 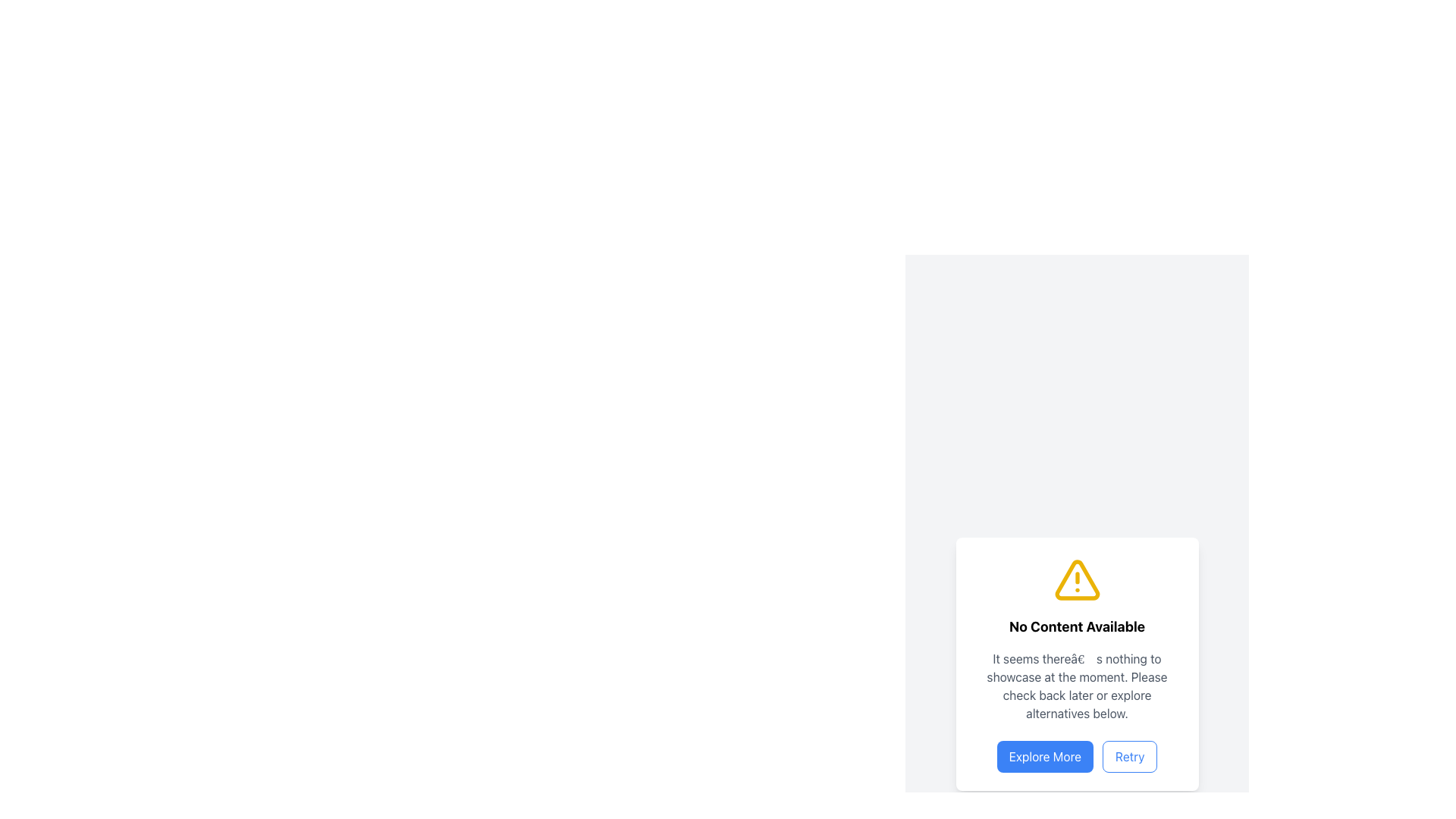 What do you see at coordinates (1130, 757) in the screenshot?
I see `the 'Retry' button to observe its hover effects, which include a background change to blue and text change to white` at bounding box center [1130, 757].